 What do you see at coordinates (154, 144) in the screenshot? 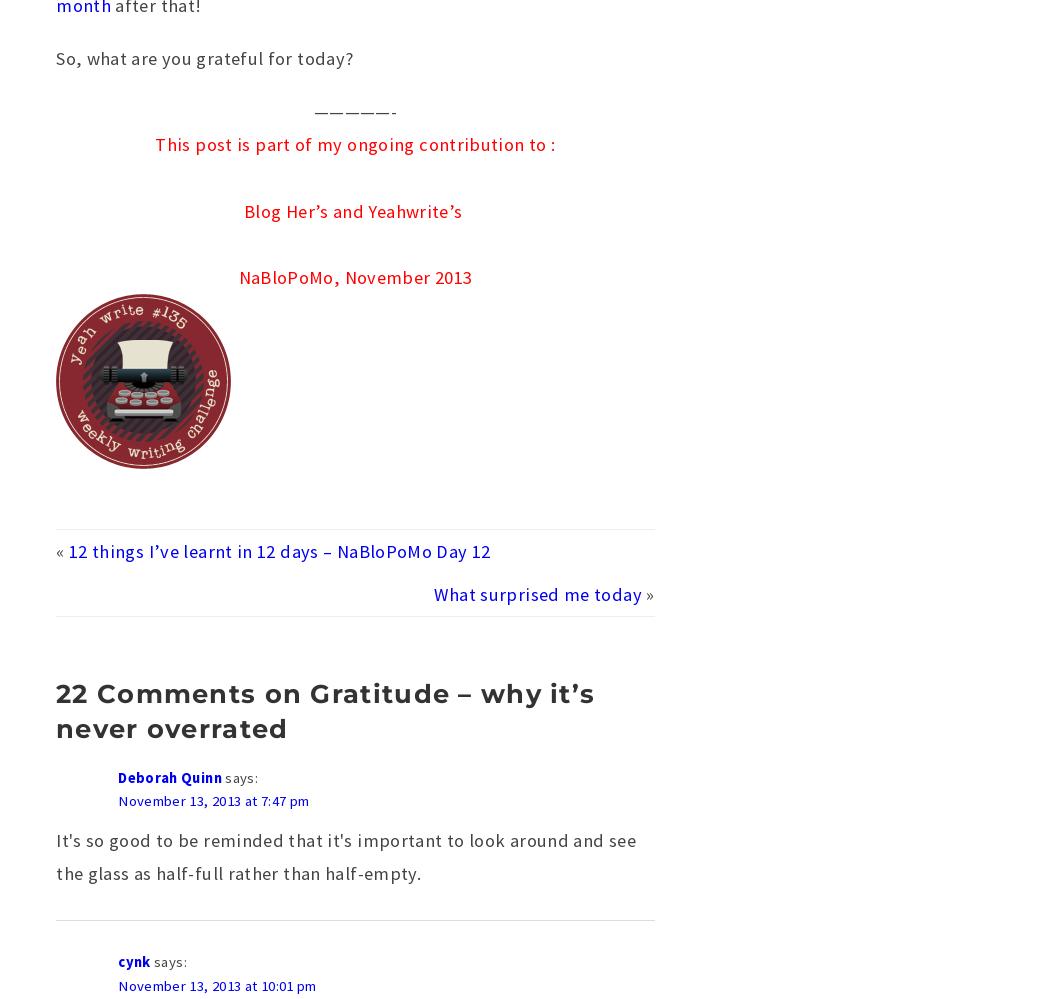
I see `'This post is part of my ongoing contribution to :'` at bounding box center [154, 144].